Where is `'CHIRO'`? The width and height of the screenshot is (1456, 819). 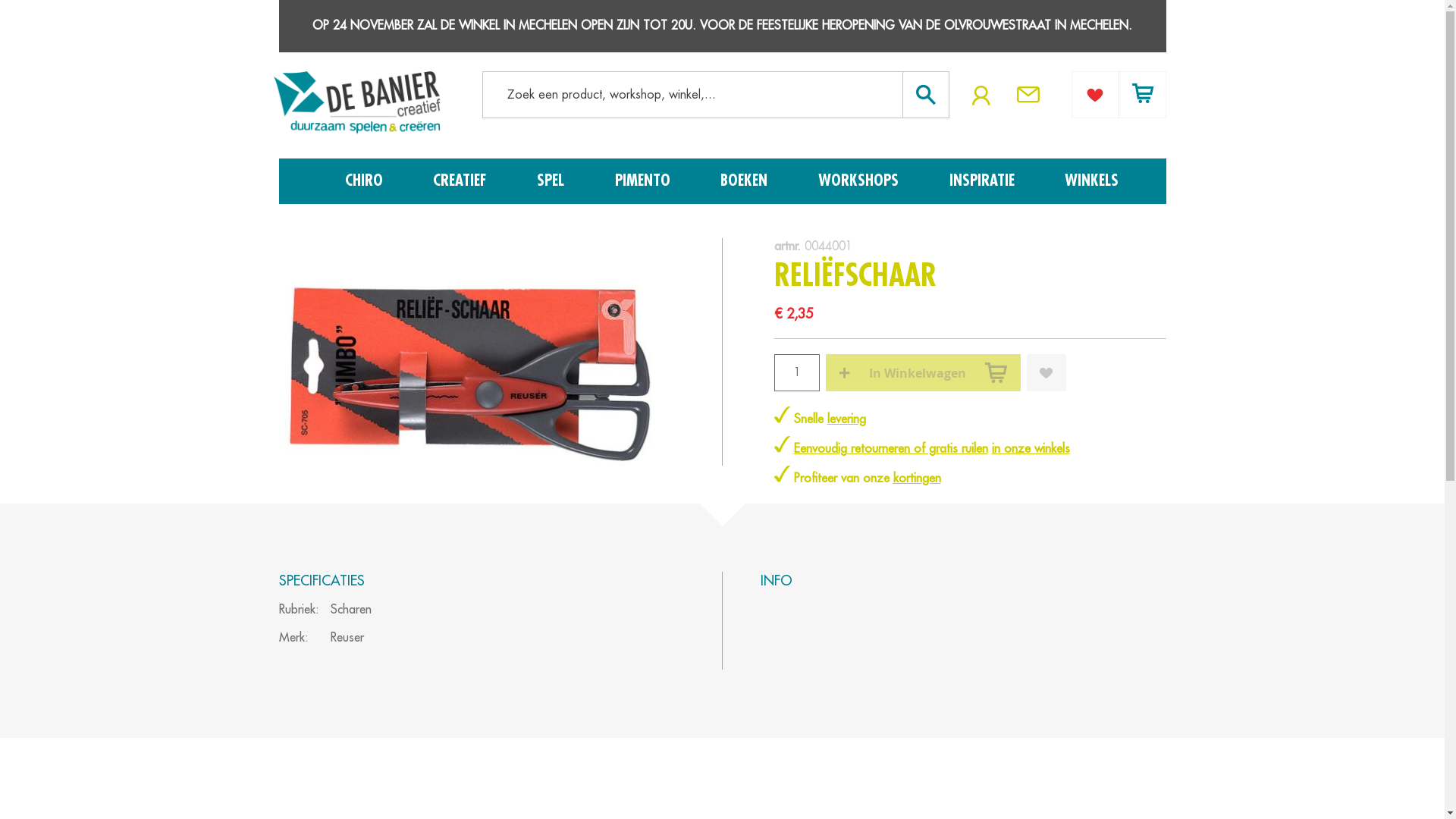
'CHIRO' is located at coordinates (366, 180).